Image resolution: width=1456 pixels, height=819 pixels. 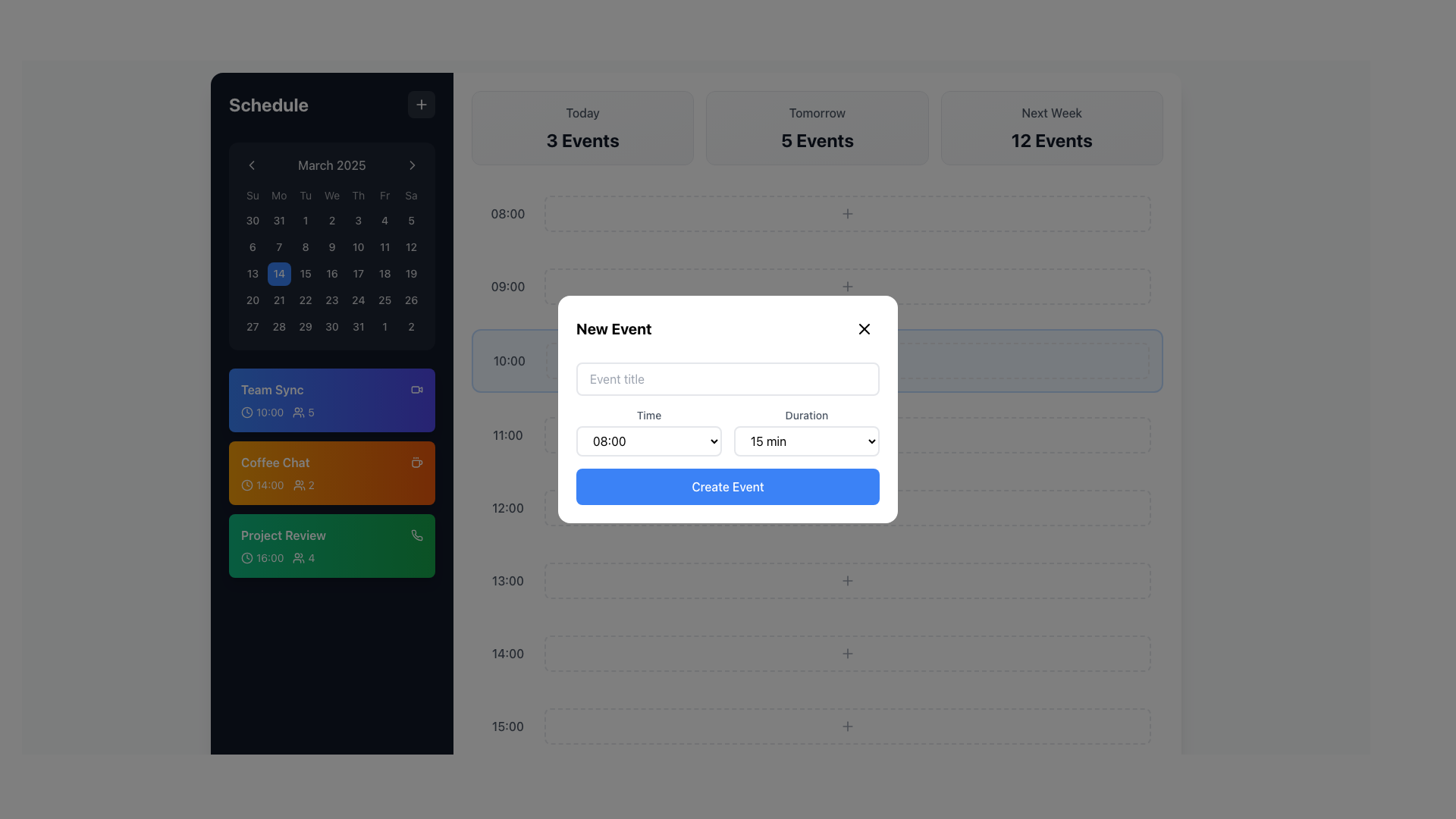 I want to click on the interactive icon for adding new items located near the bottom-right corner of the 'Create Event' button in the white modal window, so click(x=847, y=508).